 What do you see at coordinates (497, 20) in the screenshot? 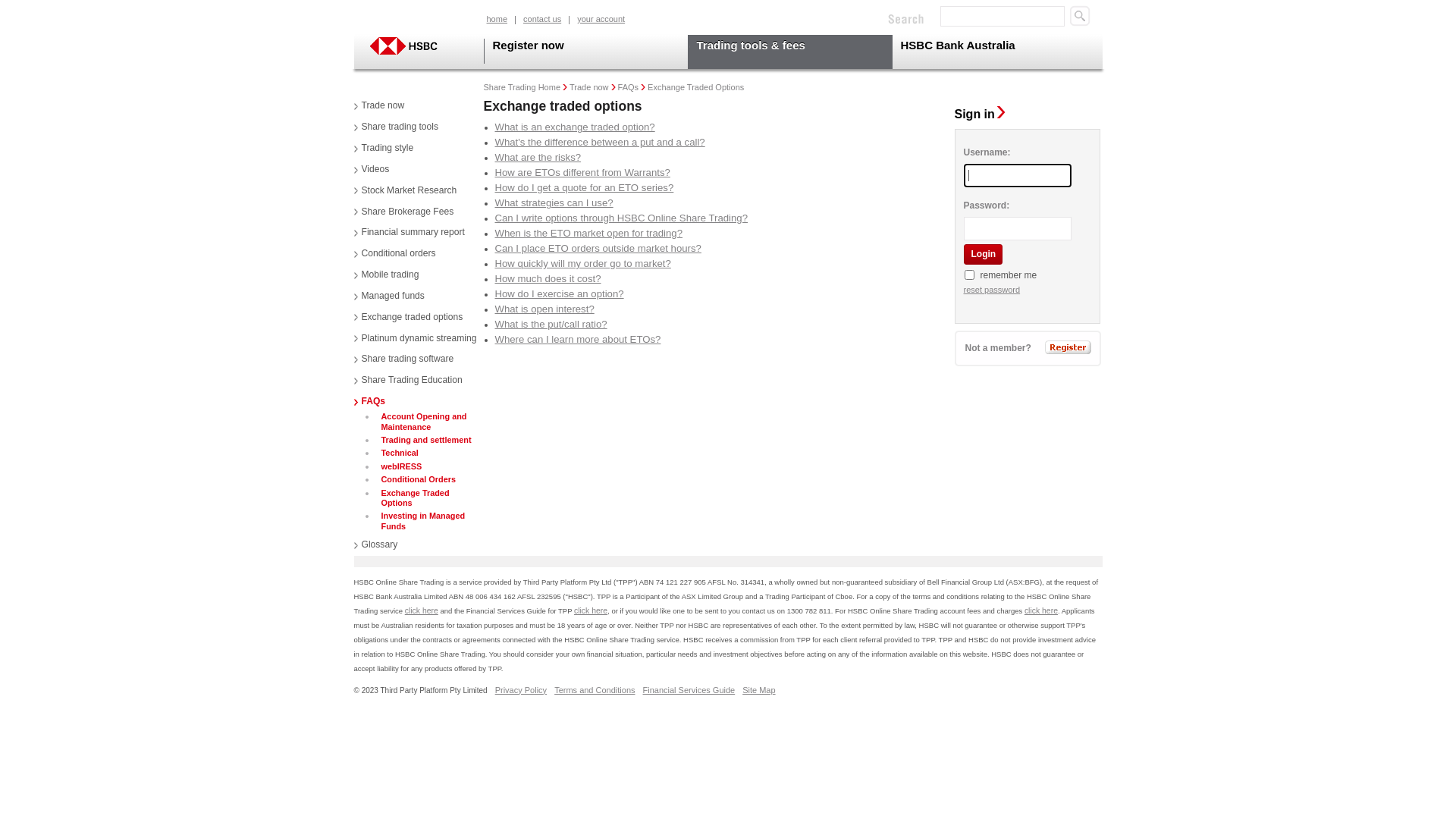
I see `'home'` at bounding box center [497, 20].